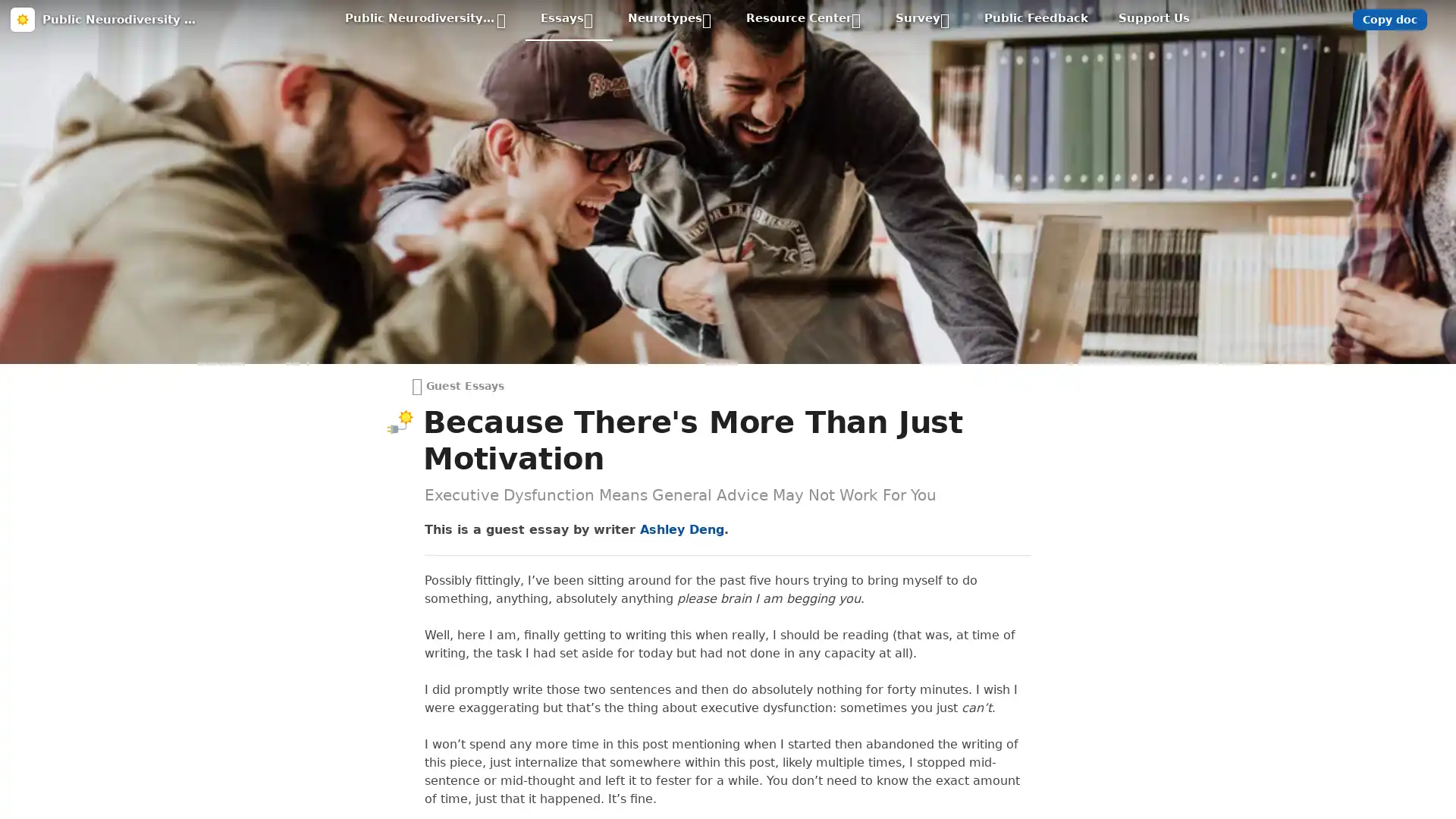  Describe the element at coordinates (798, 189) in the screenshot. I see `Talk to a human` at that location.